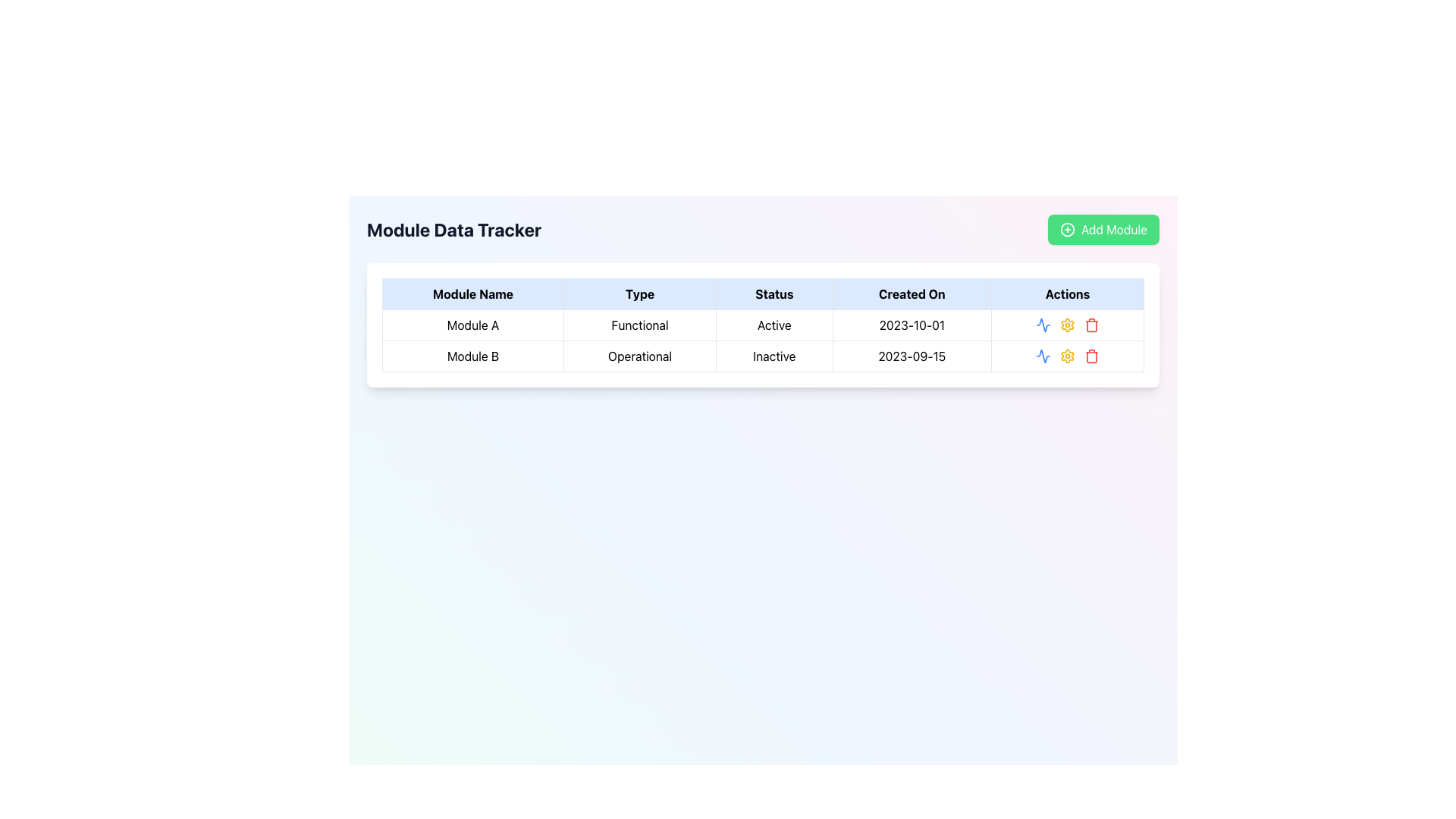  What do you see at coordinates (1103, 230) in the screenshot?
I see `the 'Add Module' button with a green background and white text, located on the rightmost side of the header bar titled 'Module Data Tracker'` at bounding box center [1103, 230].